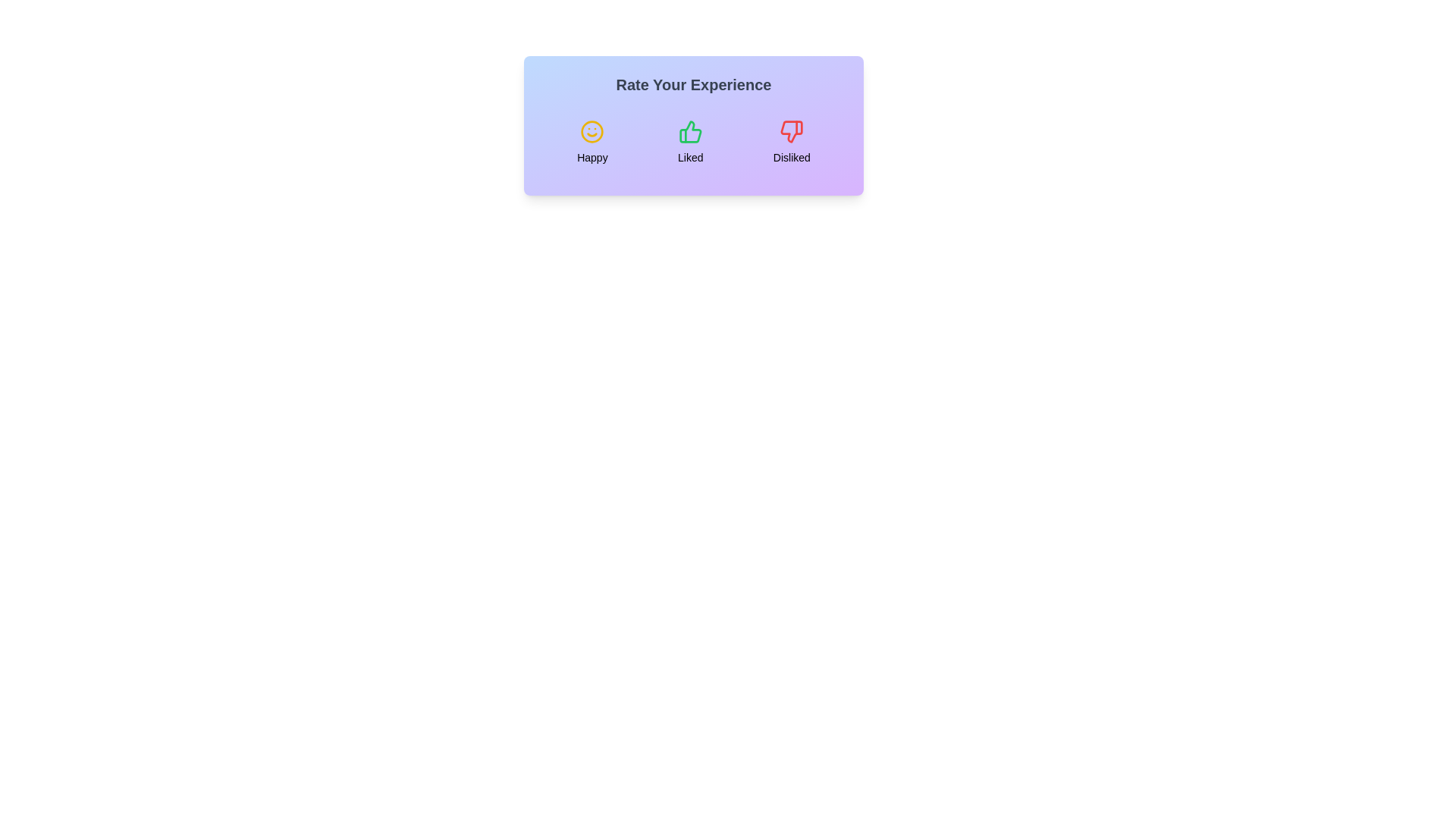 The image size is (1456, 819). Describe the element at coordinates (689, 143) in the screenshot. I see `the second interactive button in a set of three to register a 'liked' response` at that location.